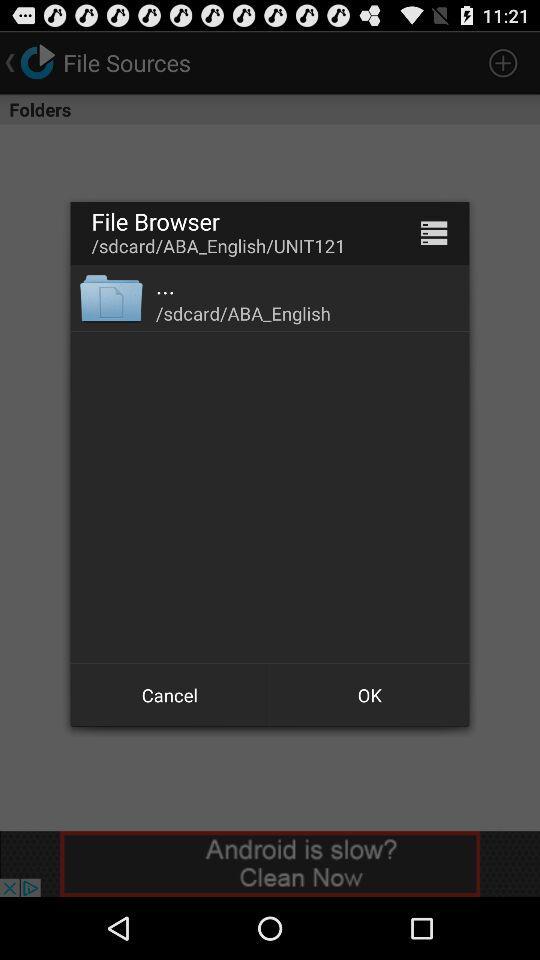 The image size is (540, 960). Describe the element at coordinates (433, 233) in the screenshot. I see `item at the top right corner` at that location.